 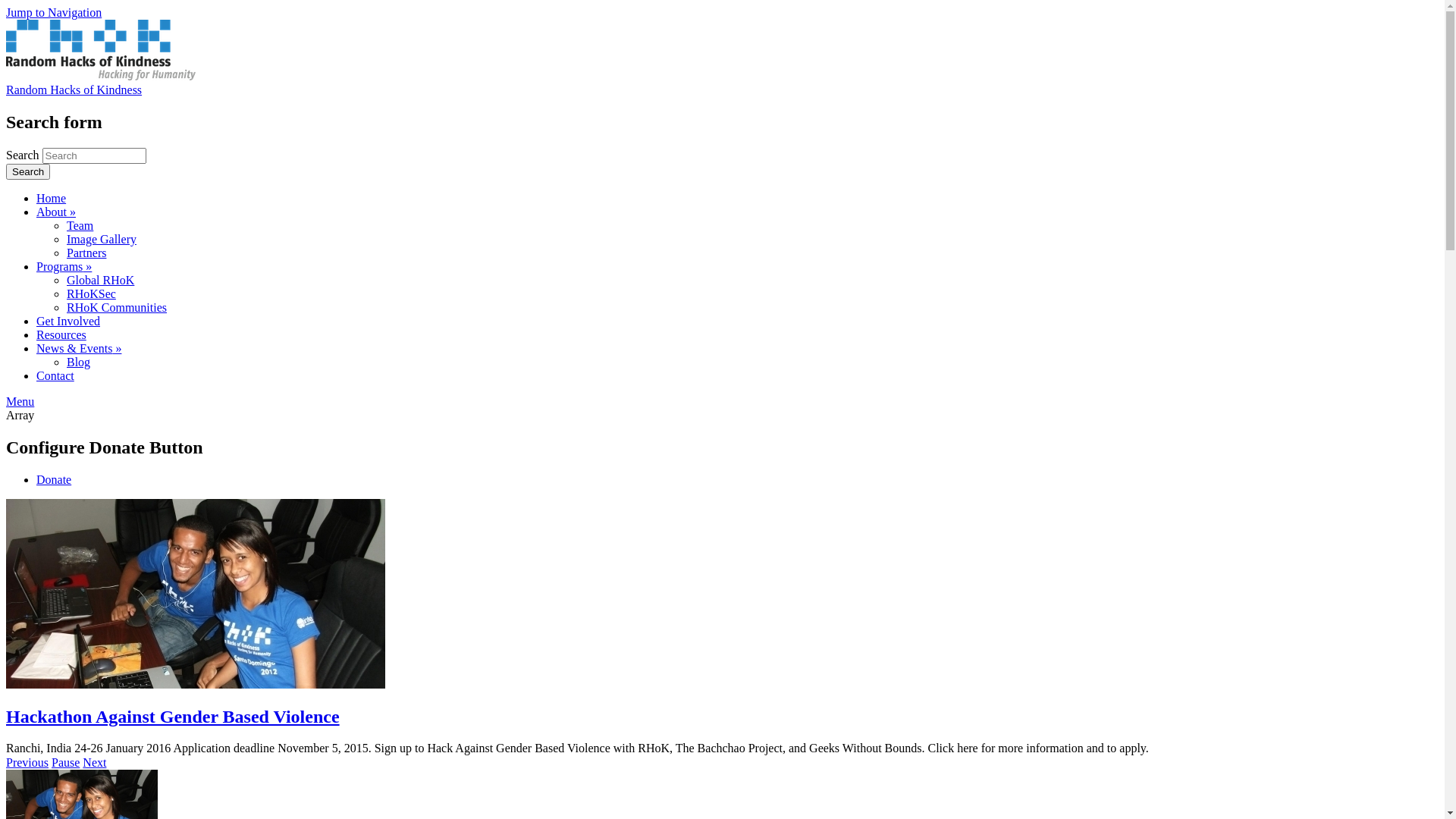 What do you see at coordinates (65, 239) in the screenshot?
I see `'Image Gallery'` at bounding box center [65, 239].